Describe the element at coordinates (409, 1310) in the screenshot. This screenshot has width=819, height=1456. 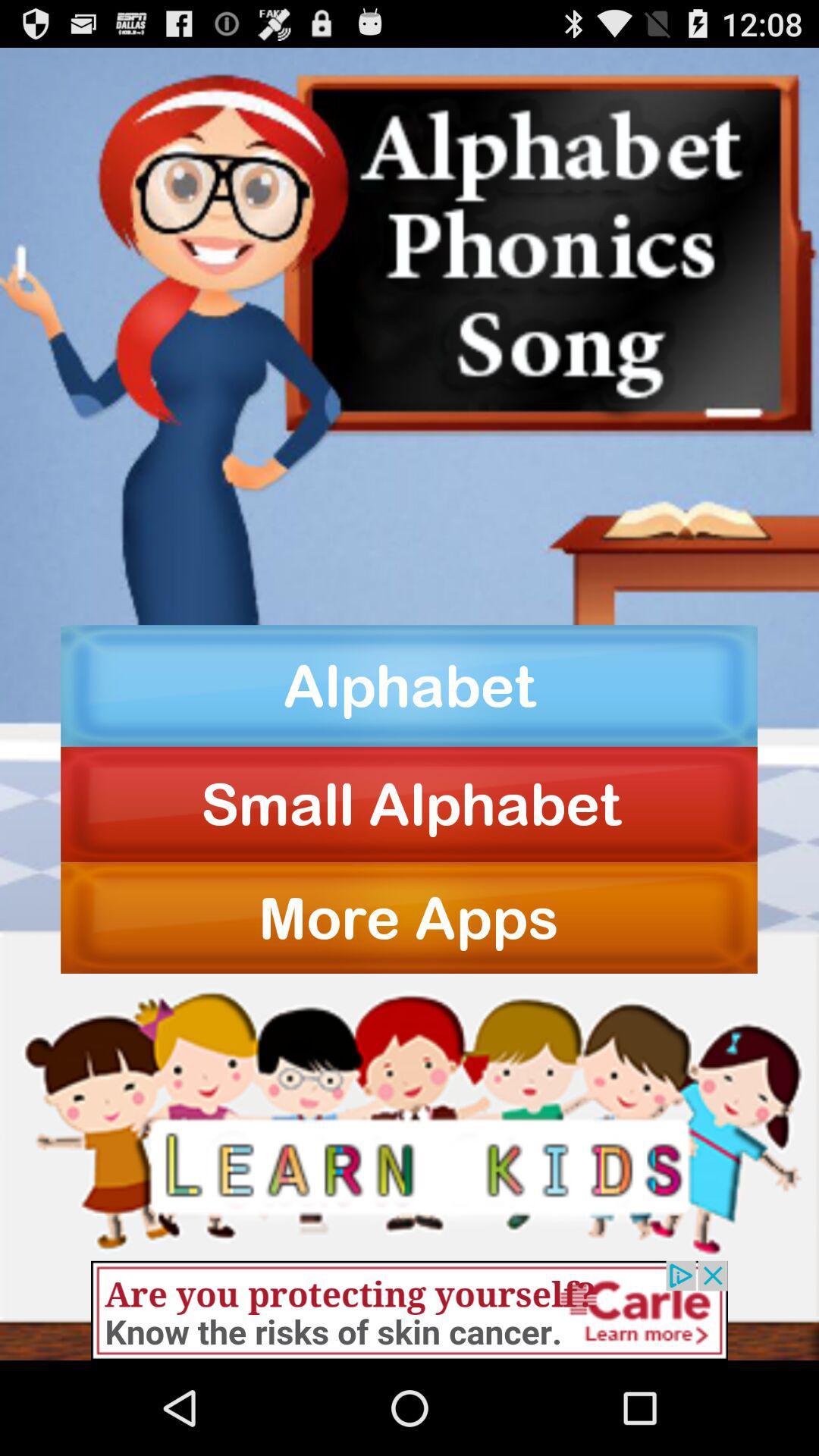
I see `banner advertisement` at that location.